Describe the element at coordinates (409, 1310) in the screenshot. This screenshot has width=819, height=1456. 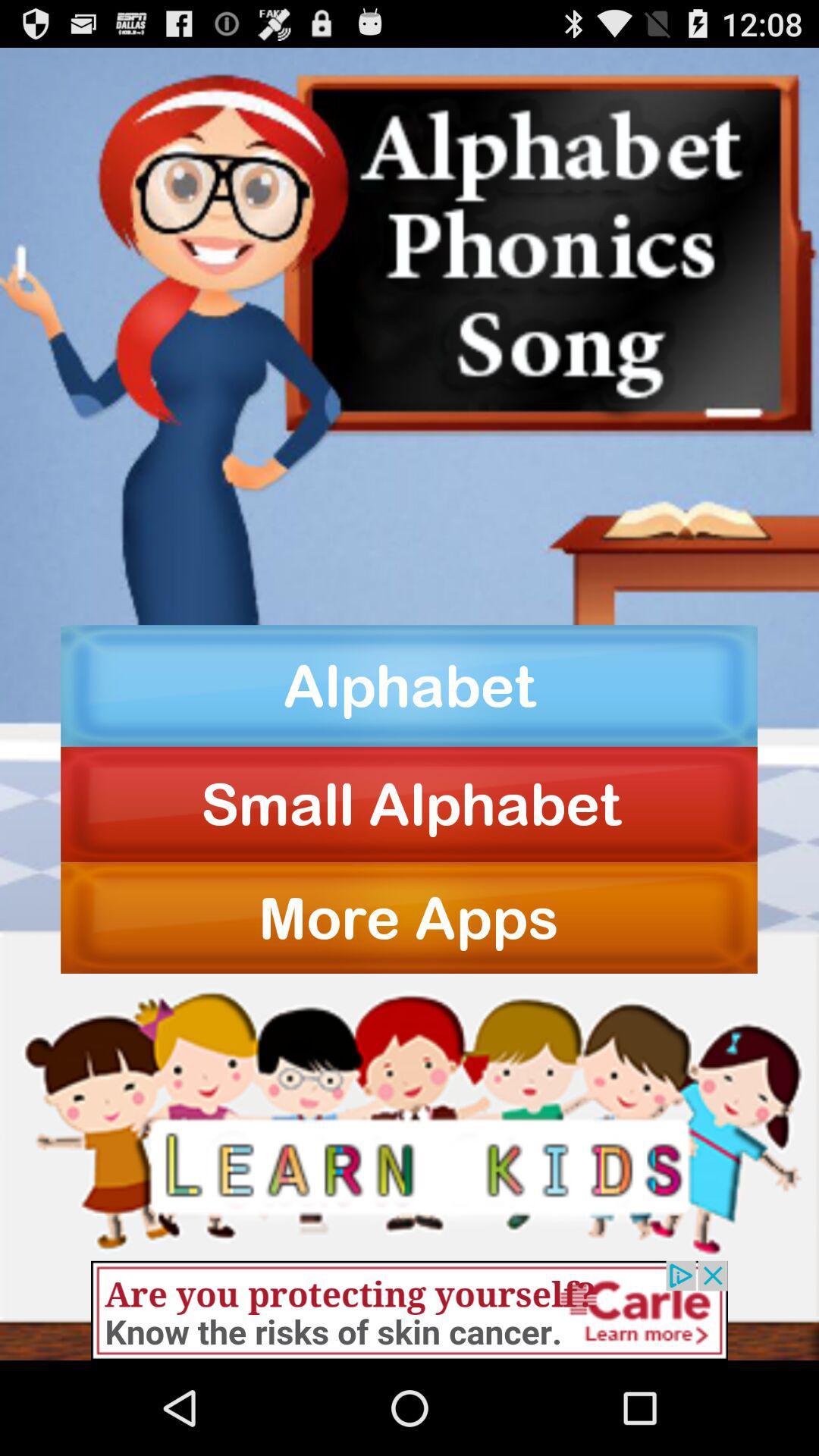
I see `banner advertisement` at that location.